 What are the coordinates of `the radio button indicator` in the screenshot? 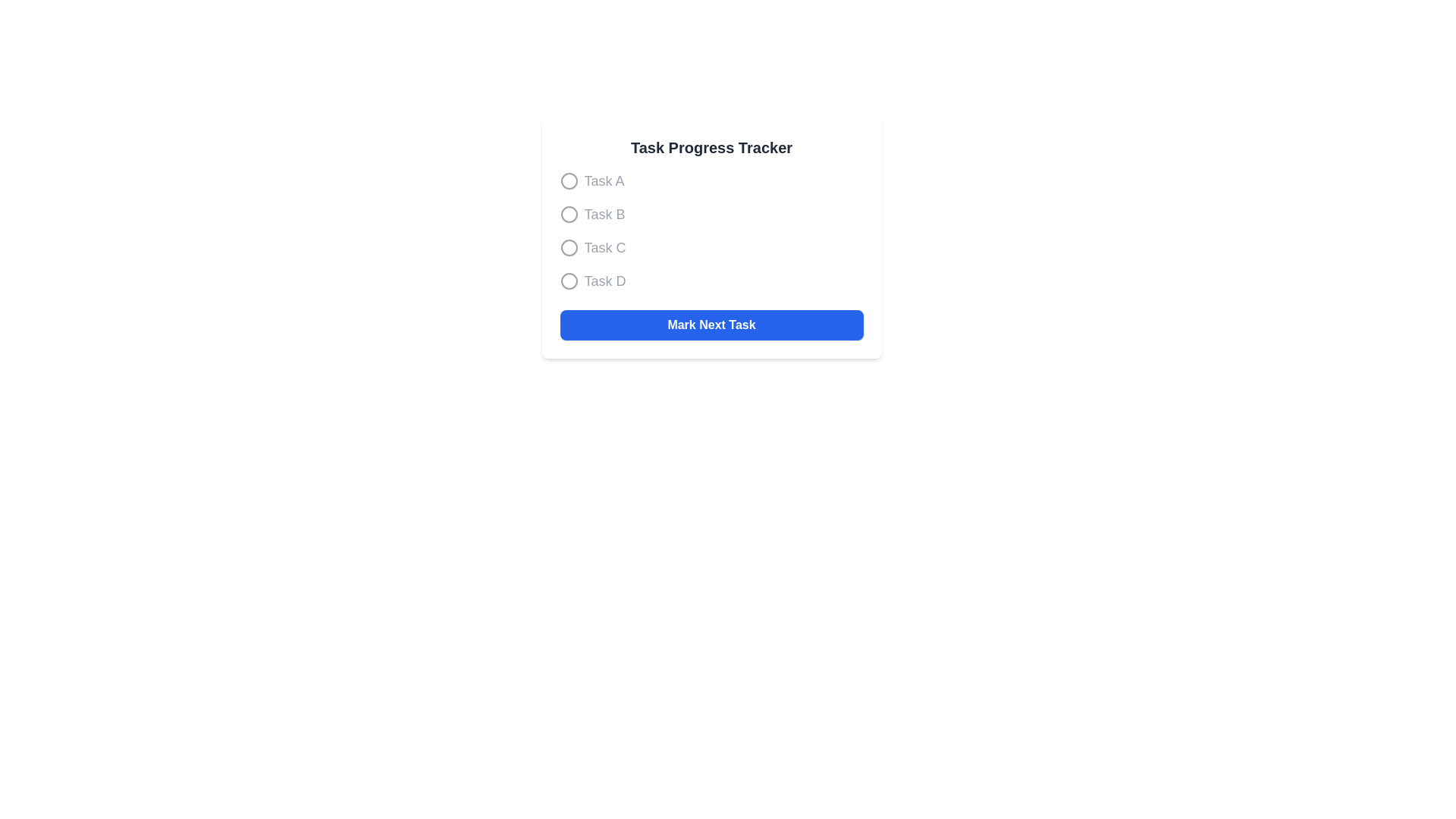 It's located at (568, 214).